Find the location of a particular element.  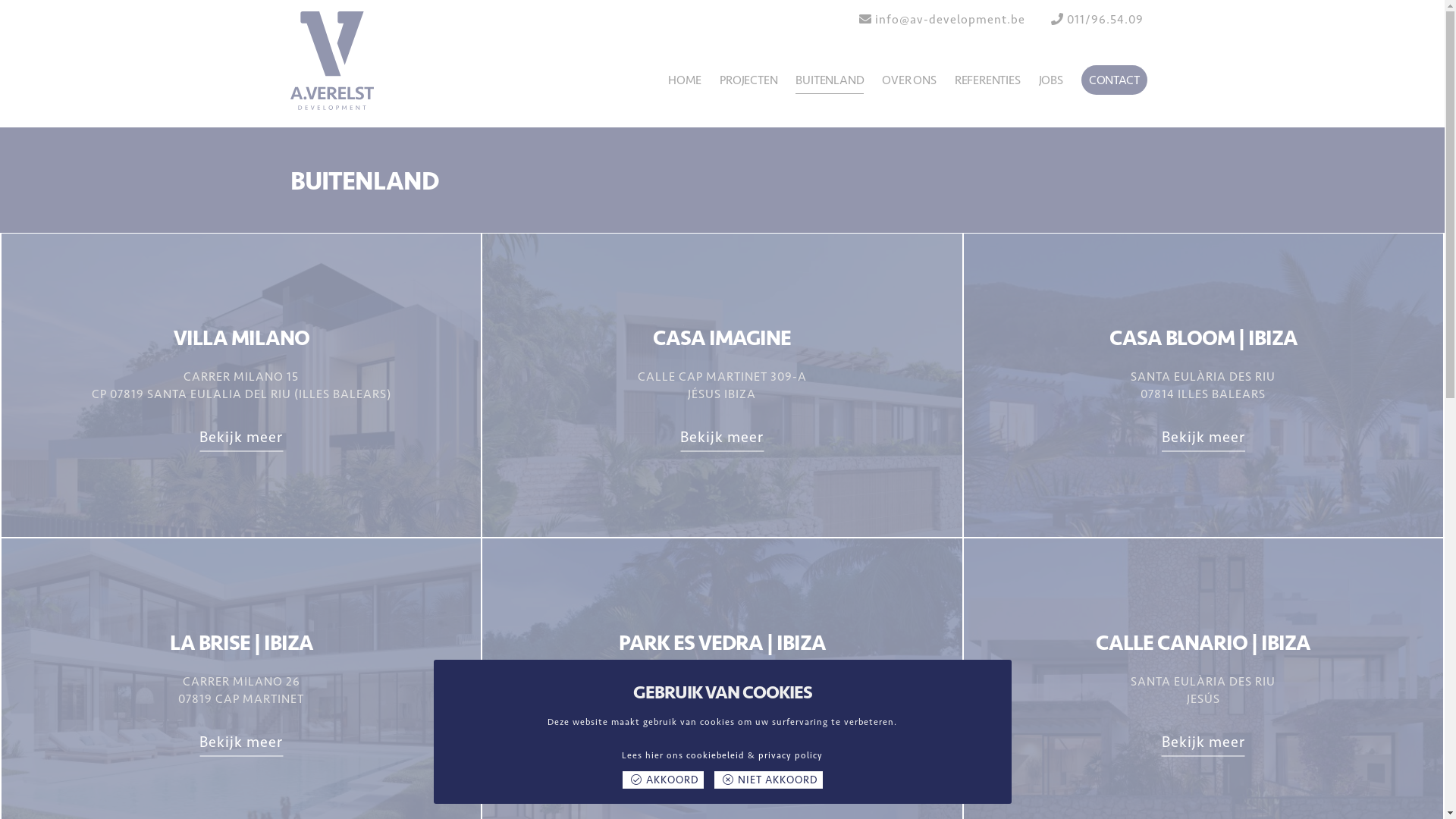

'CONTACT' is located at coordinates (1080, 80).